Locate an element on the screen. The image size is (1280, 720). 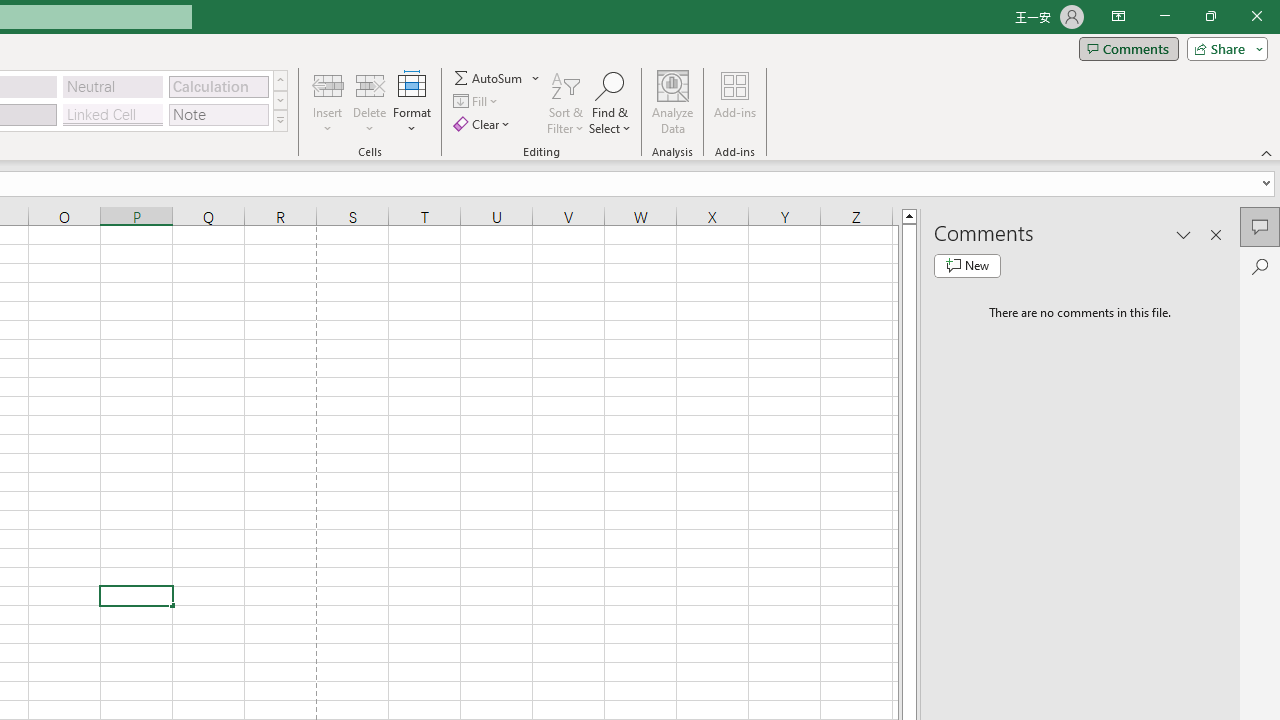
'Delete' is located at coordinates (369, 103).